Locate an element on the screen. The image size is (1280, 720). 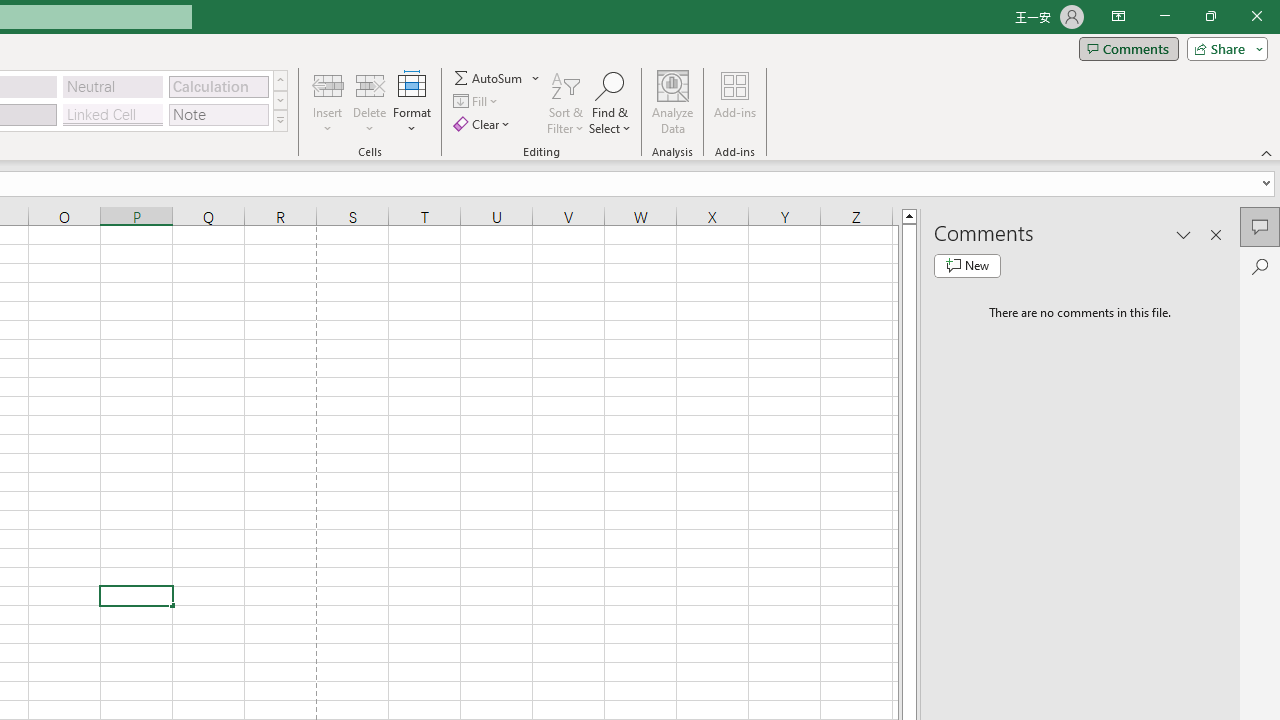
'Delete' is located at coordinates (369, 103).